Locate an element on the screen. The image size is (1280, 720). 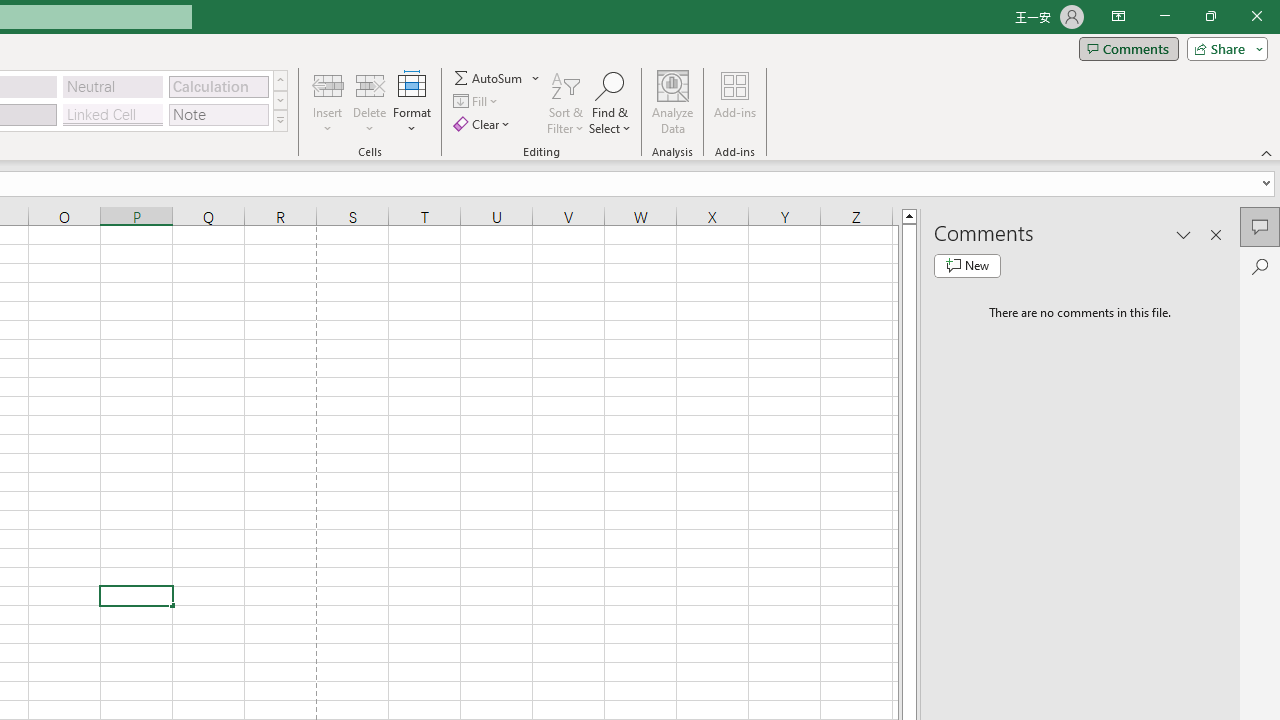
'Delete' is located at coordinates (369, 103).